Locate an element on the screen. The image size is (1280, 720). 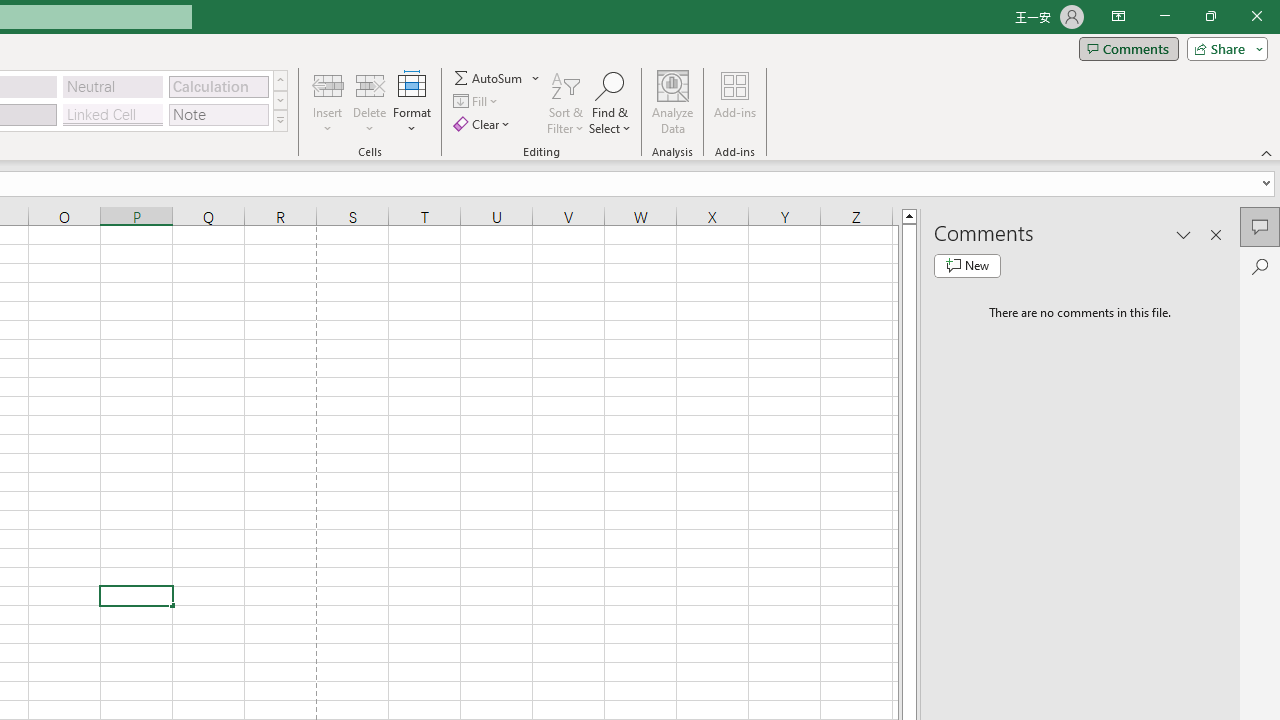
'Delete' is located at coordinates (369, 103).